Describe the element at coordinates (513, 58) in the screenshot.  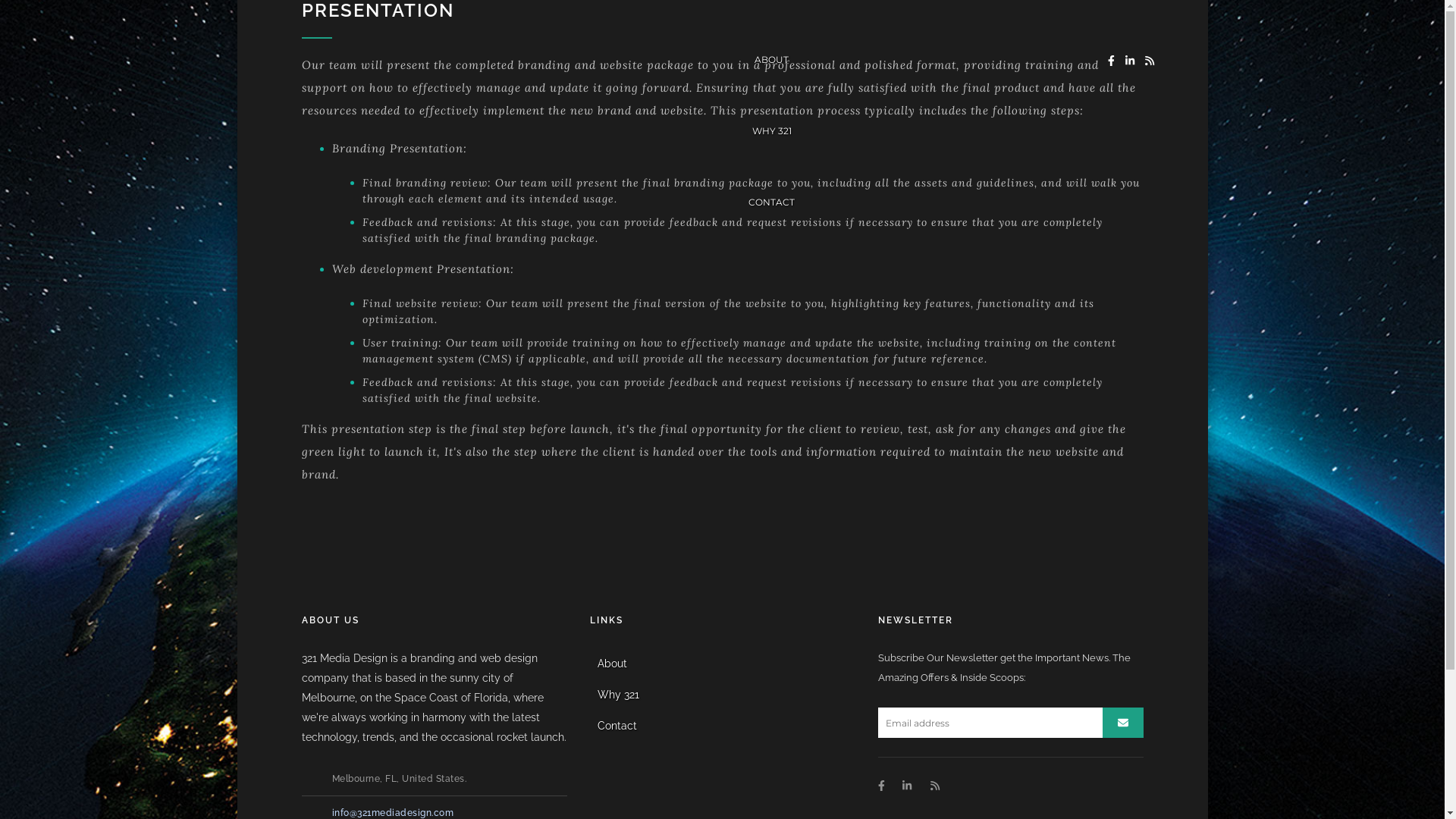
I see `'ABOUT'` at that location.